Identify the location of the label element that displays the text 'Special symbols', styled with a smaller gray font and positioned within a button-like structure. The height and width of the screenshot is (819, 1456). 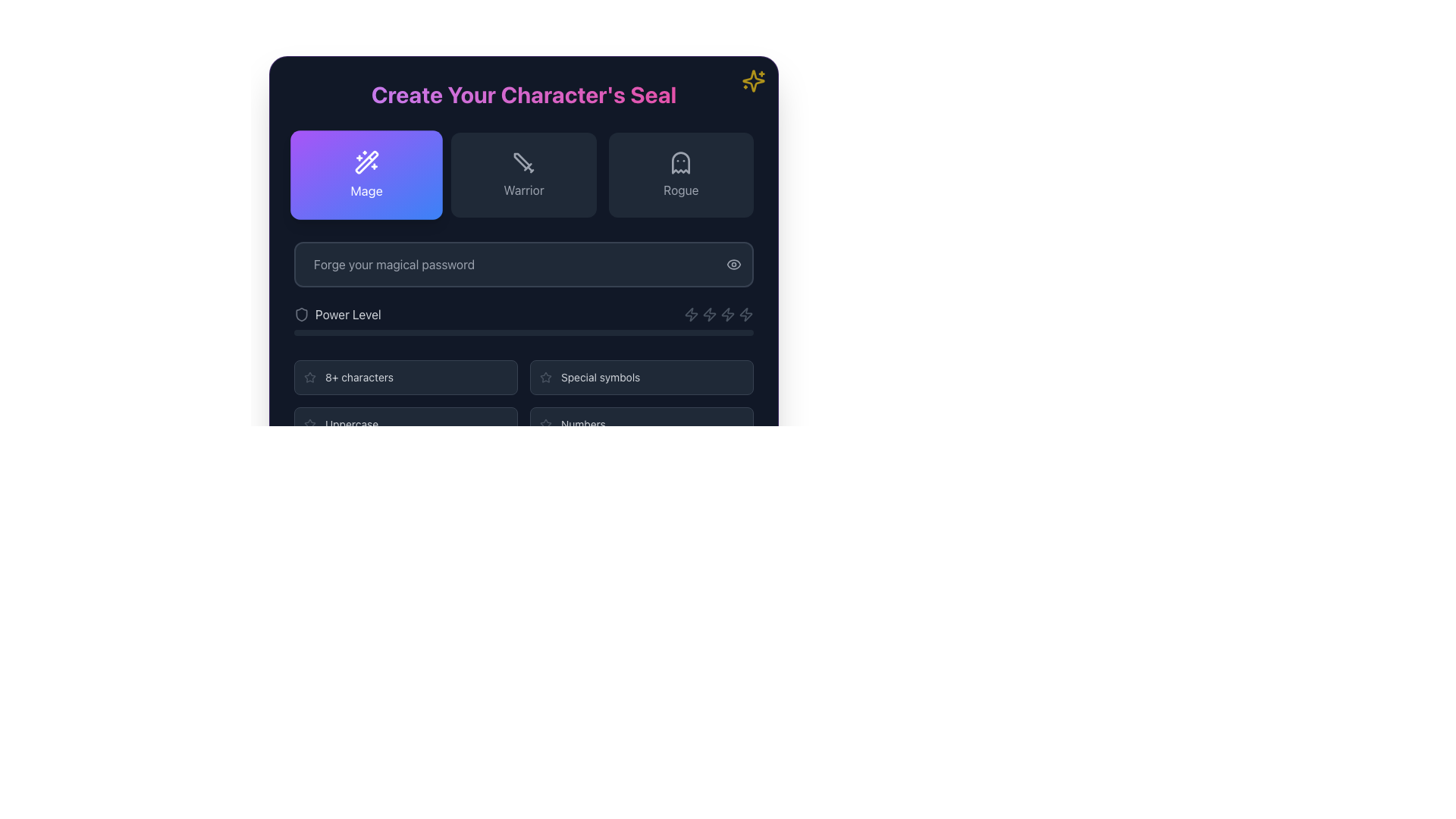
(600, 376).